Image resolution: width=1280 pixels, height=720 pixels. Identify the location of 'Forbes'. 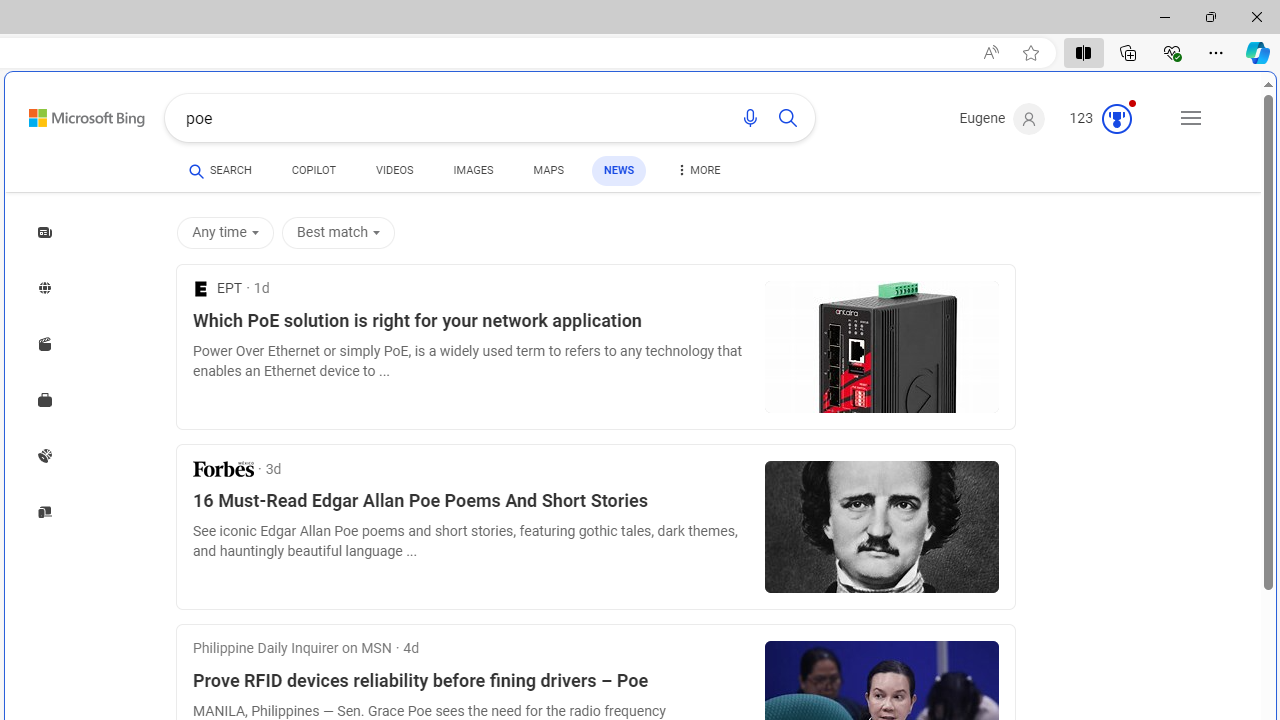
(223, 468).